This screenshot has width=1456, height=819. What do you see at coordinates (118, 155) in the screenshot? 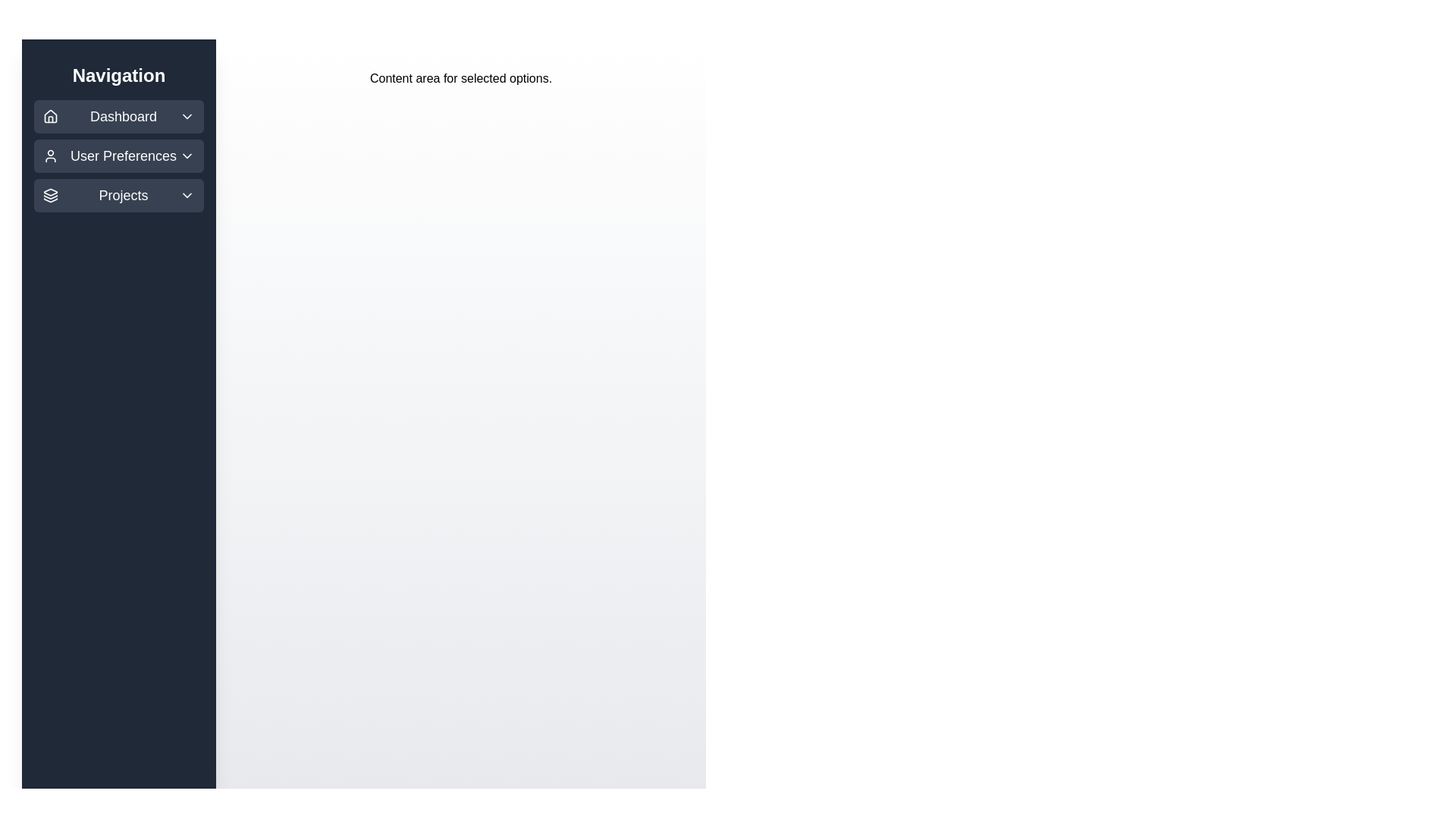
I see `the 'User Preferences' menu item in the navigation menu` at bounding box center [118, 155].